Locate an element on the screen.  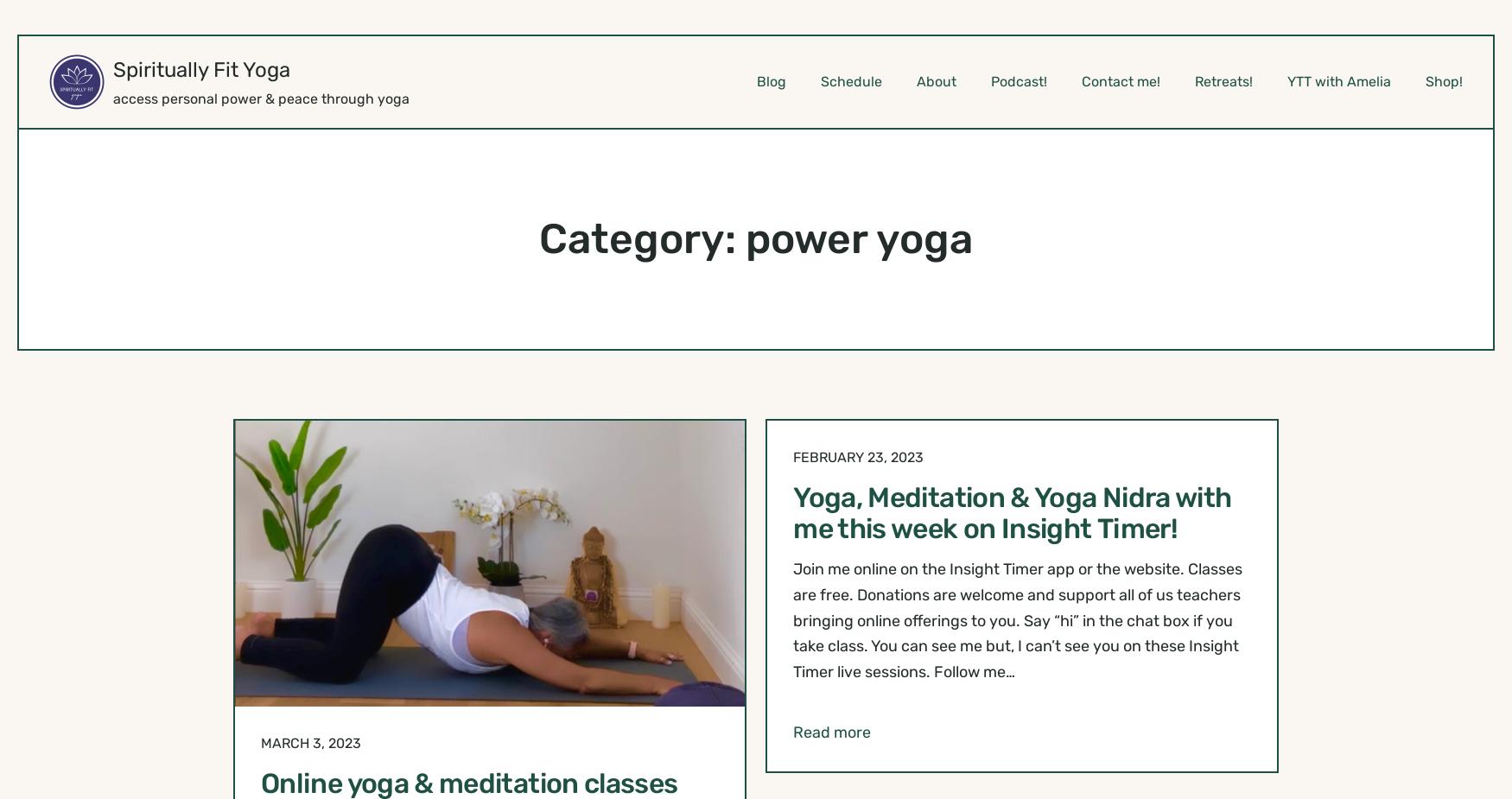
'Spiritually Fit Yoga' is located at coordinates (201, 69).